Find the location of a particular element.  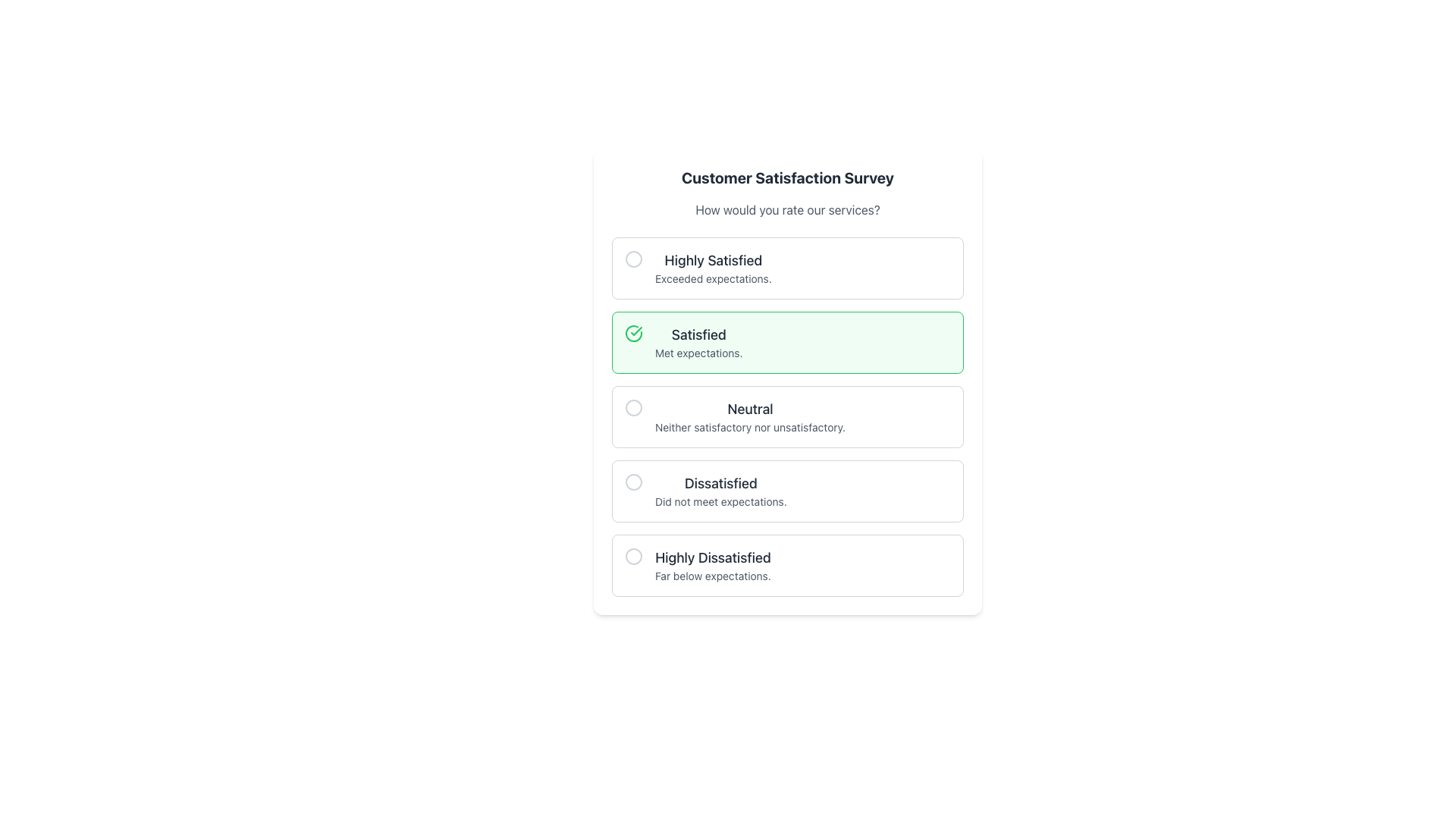

the round icon with a gray outline located to the left of the 'Dissatisfied' rating option is located at coordinates (633, 482).